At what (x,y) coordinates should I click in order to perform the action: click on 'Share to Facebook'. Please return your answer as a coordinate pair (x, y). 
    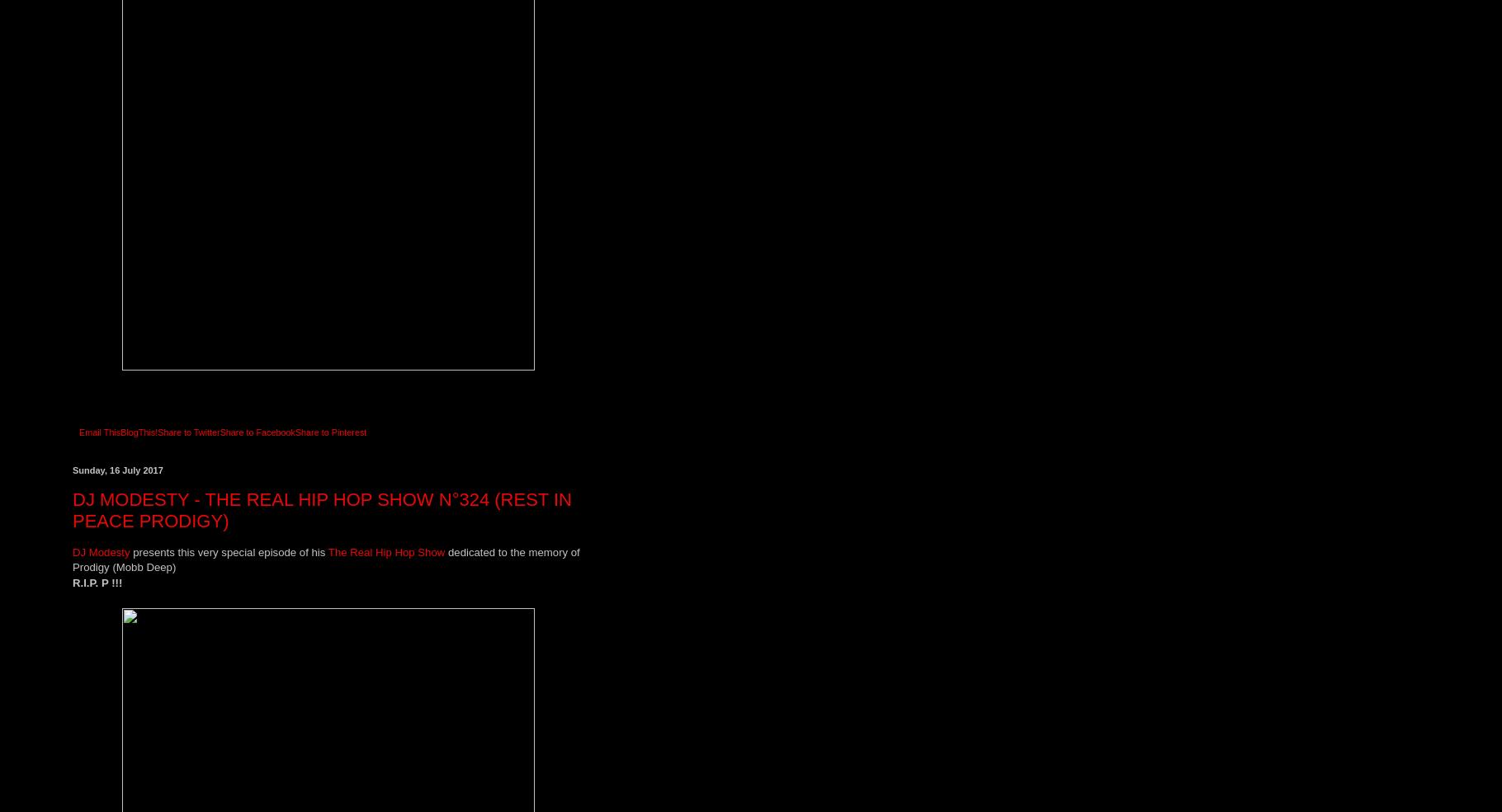
    Looking at the image, I should click on (220, 430).